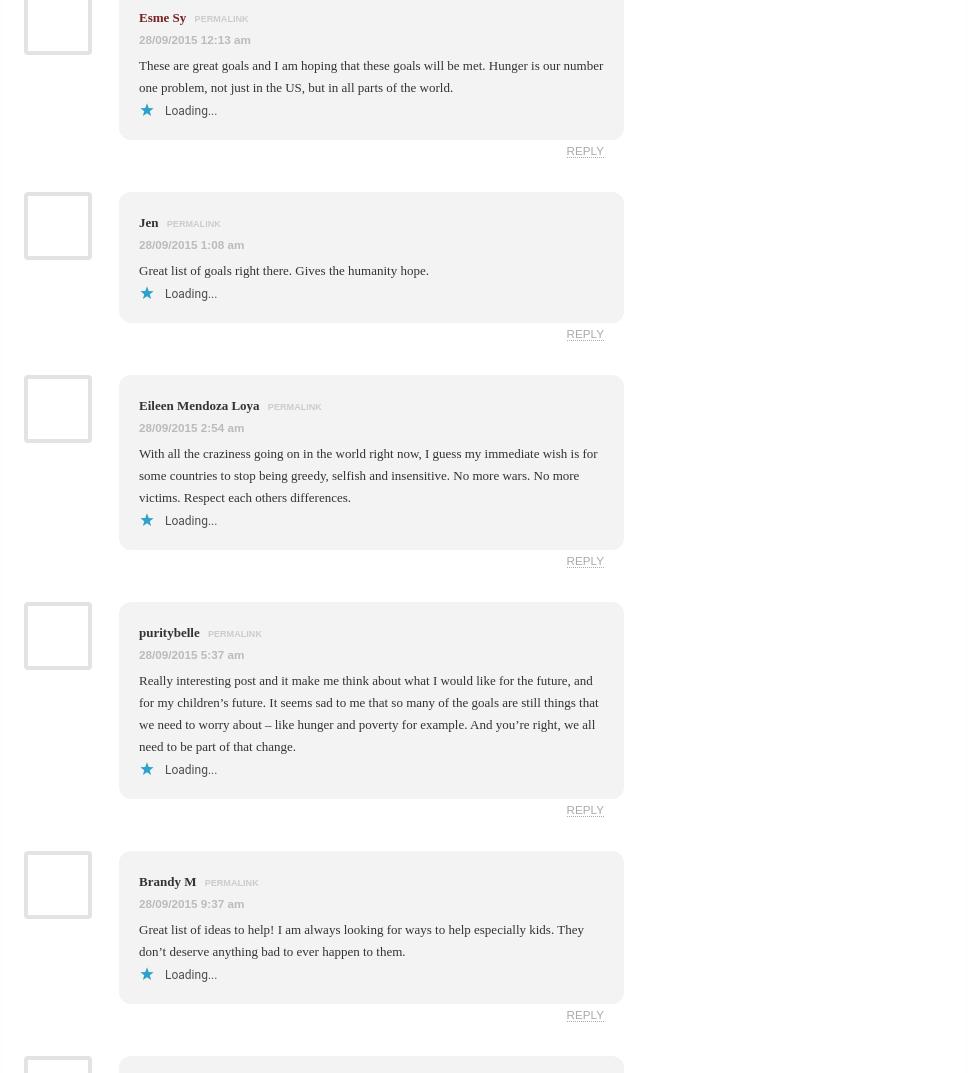 The height and width of the screenshot is (1073, 968). Describe the element at coordinates (191, 426) in the screenshot. I see `'28/09/2015 2:54 am'` at that location.